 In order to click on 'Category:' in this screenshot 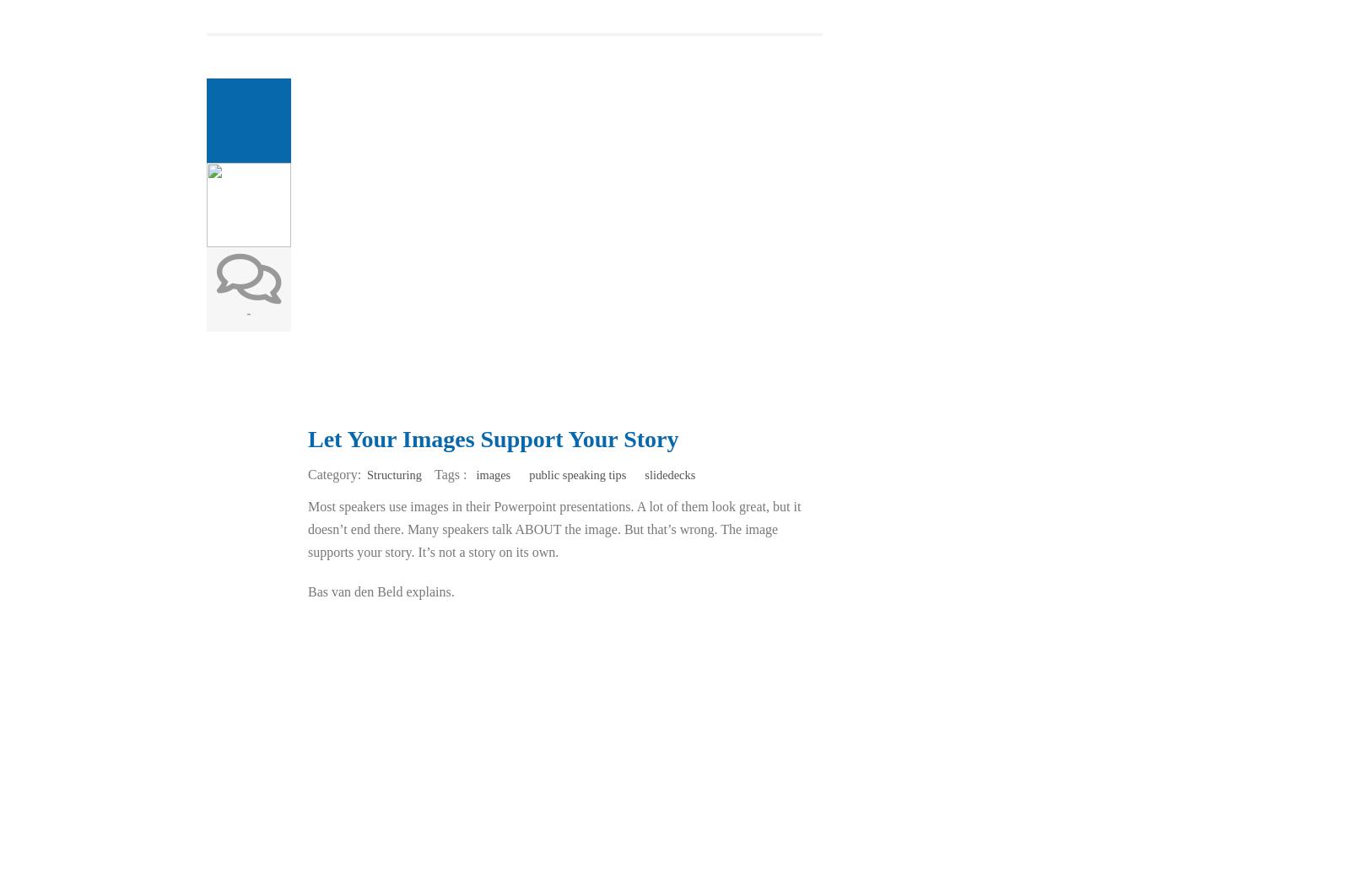, I will do `click(334, 473)`.